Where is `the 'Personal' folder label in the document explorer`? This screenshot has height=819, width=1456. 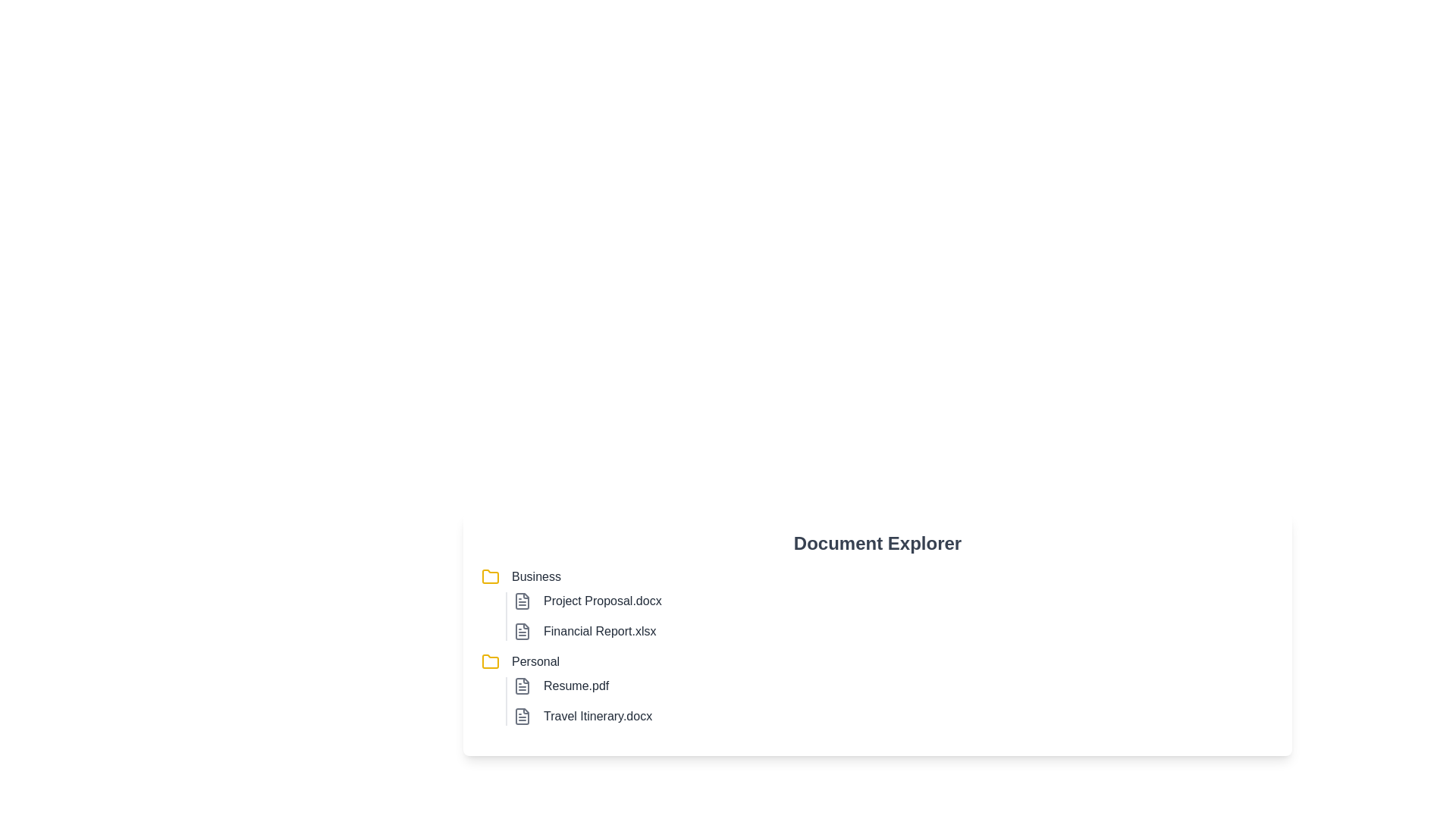
the 'Personal' folder label in the document explorer is located at coordinates (535, 661).